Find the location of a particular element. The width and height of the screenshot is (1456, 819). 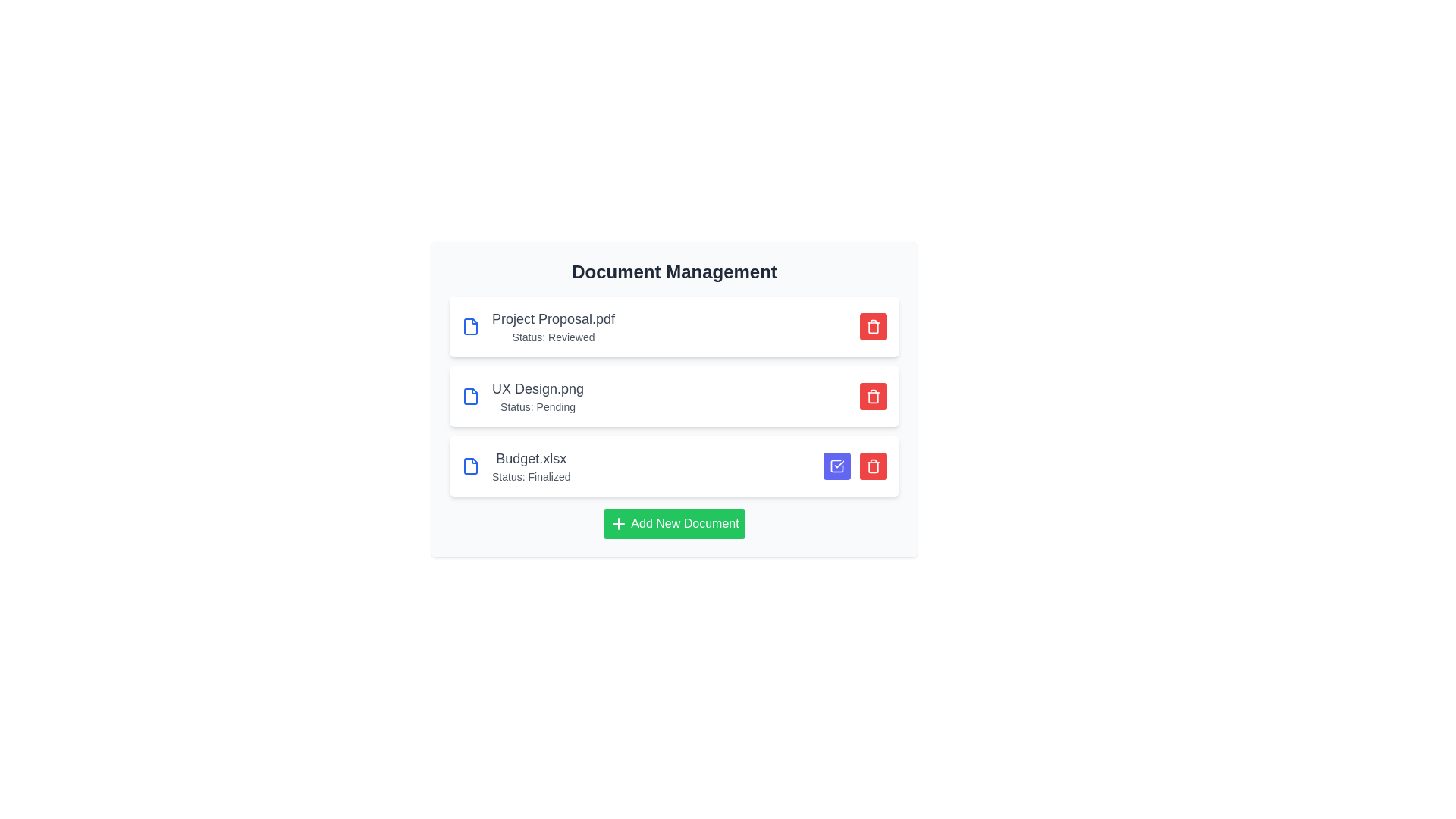

approval button for the 'Budget.xlsx' document to change its status to 'approved' is located at coordinates (836, 465).